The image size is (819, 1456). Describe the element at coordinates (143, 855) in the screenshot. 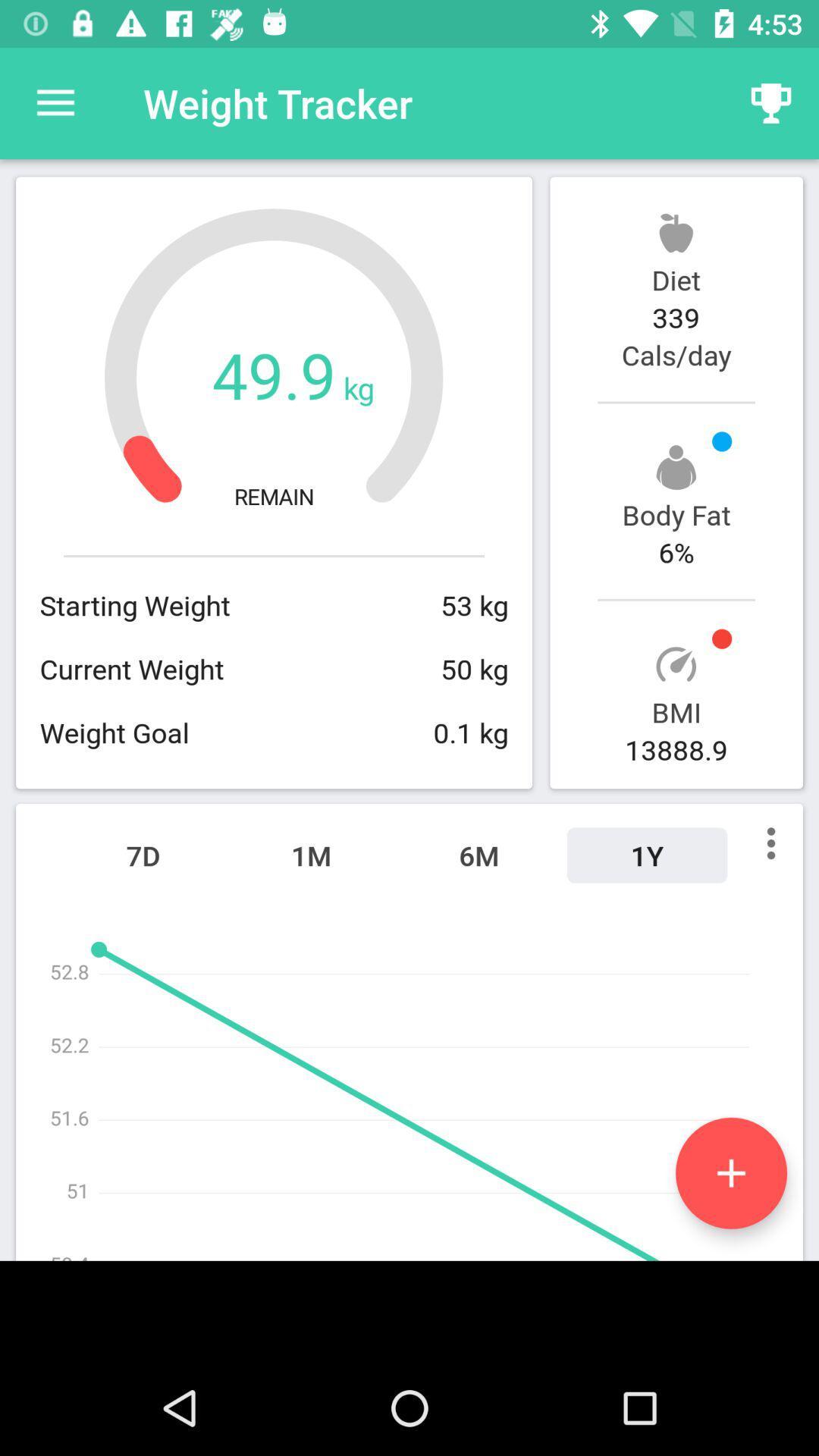

I see `icon to the left of the 1m` at that location.